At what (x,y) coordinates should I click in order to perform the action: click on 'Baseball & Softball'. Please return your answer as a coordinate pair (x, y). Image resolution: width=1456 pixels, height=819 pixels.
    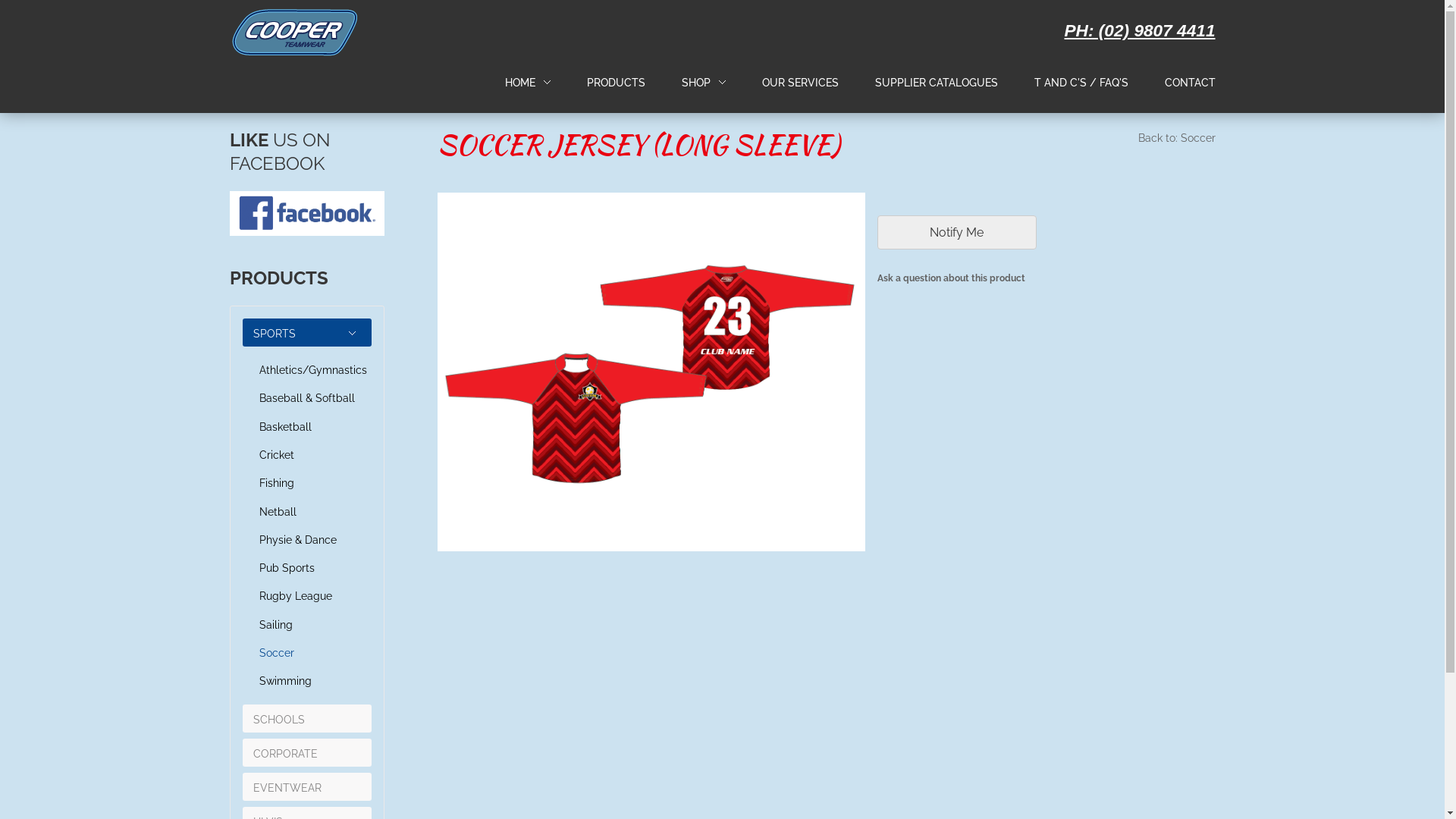
    Looking at the image, I should click on (306, 397).